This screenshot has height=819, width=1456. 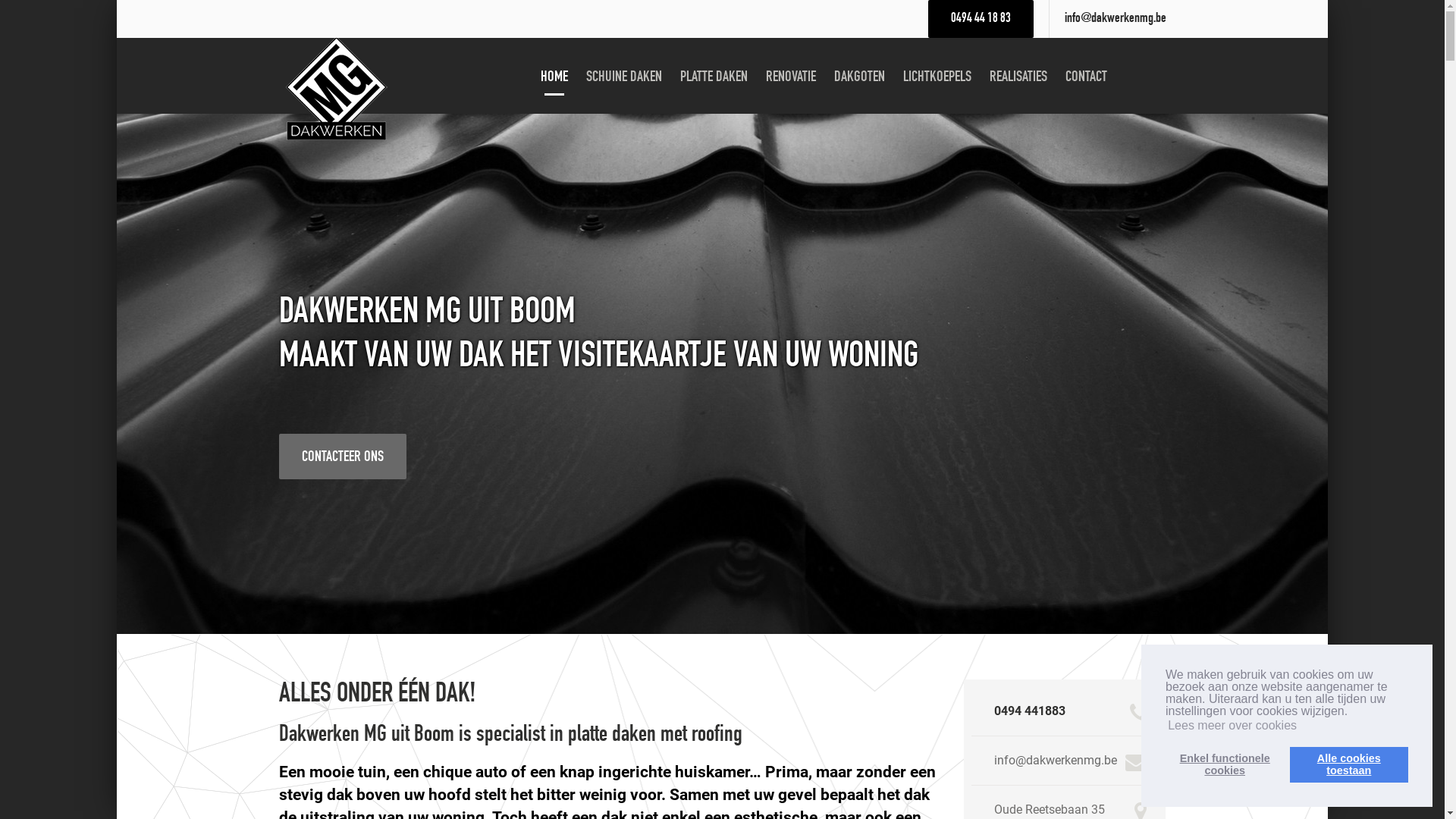 What do you see at coordinates (981, 18) in the screenshot?
I see `'0494 44 18 83'` at bounding box center [981, 18].